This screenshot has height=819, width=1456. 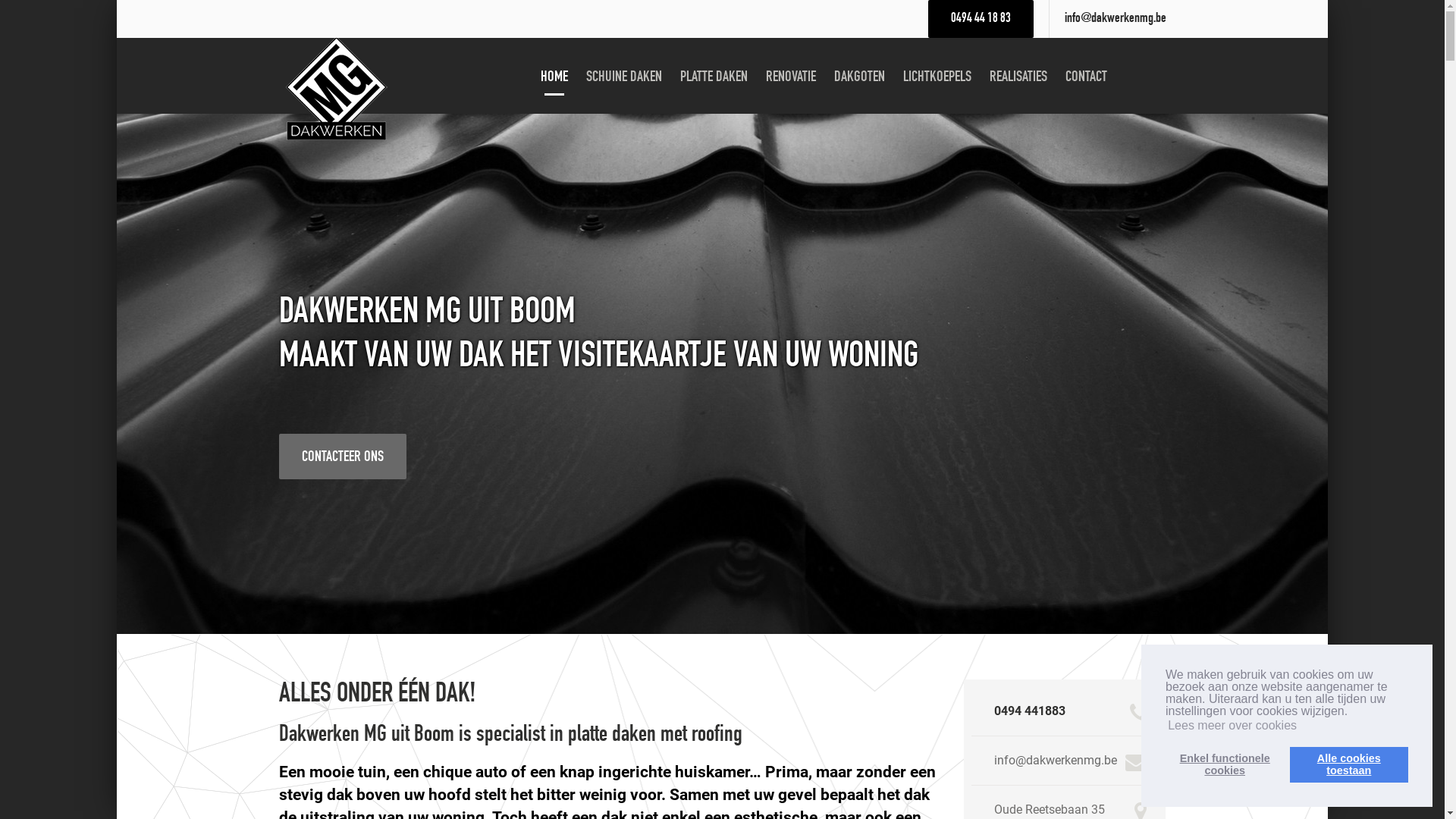 What do you see at coordinates (981, 18) in the screenshot?
I see `'0494 44 18 83'` at bounding box center [981, 18].